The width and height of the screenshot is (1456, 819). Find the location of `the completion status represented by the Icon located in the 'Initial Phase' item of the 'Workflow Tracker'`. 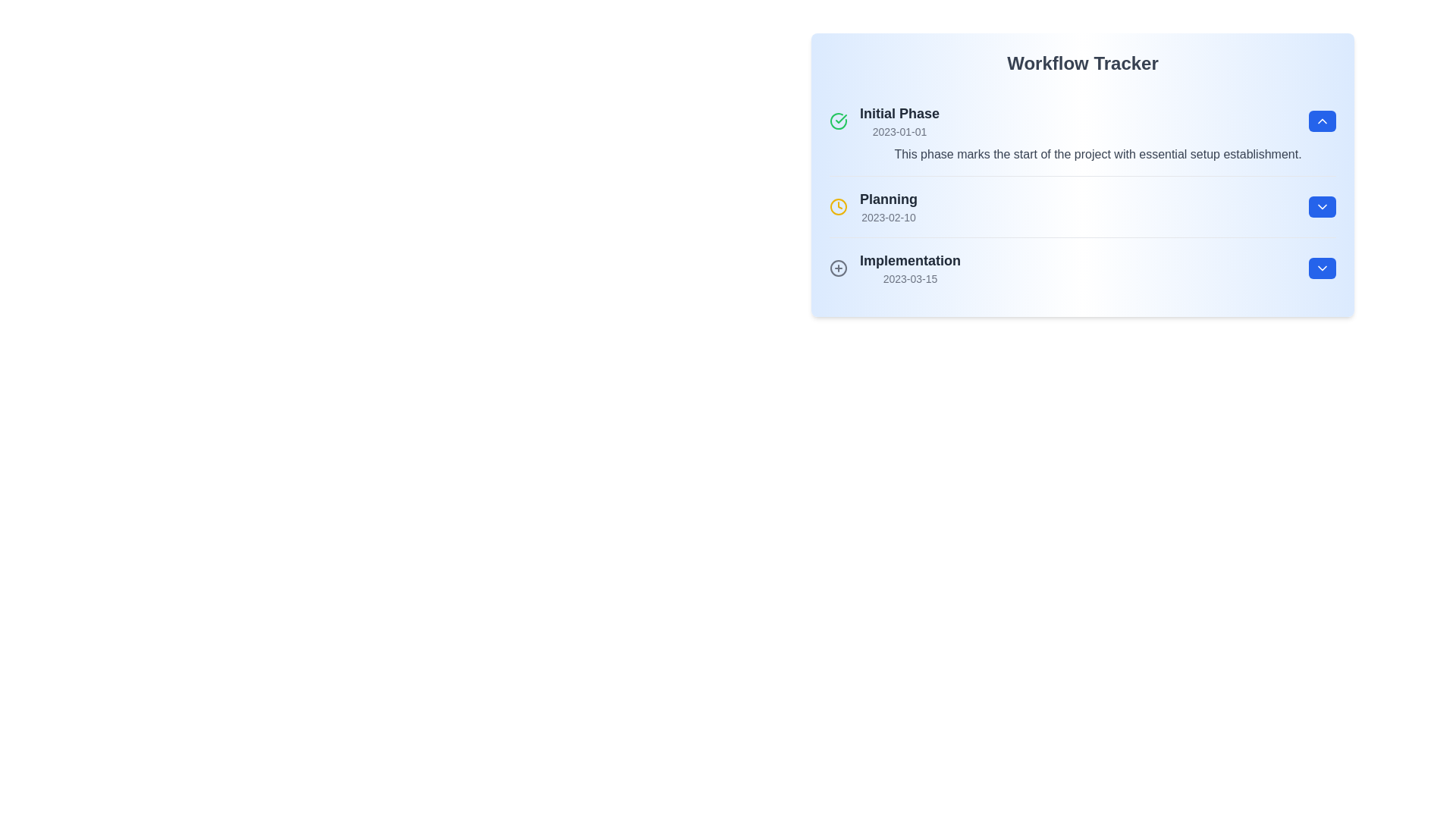

the completion status represented by the Icon located in the 'Initial Phase' item of the 'Workflow Tracker' is located at coordinates (840, 118).